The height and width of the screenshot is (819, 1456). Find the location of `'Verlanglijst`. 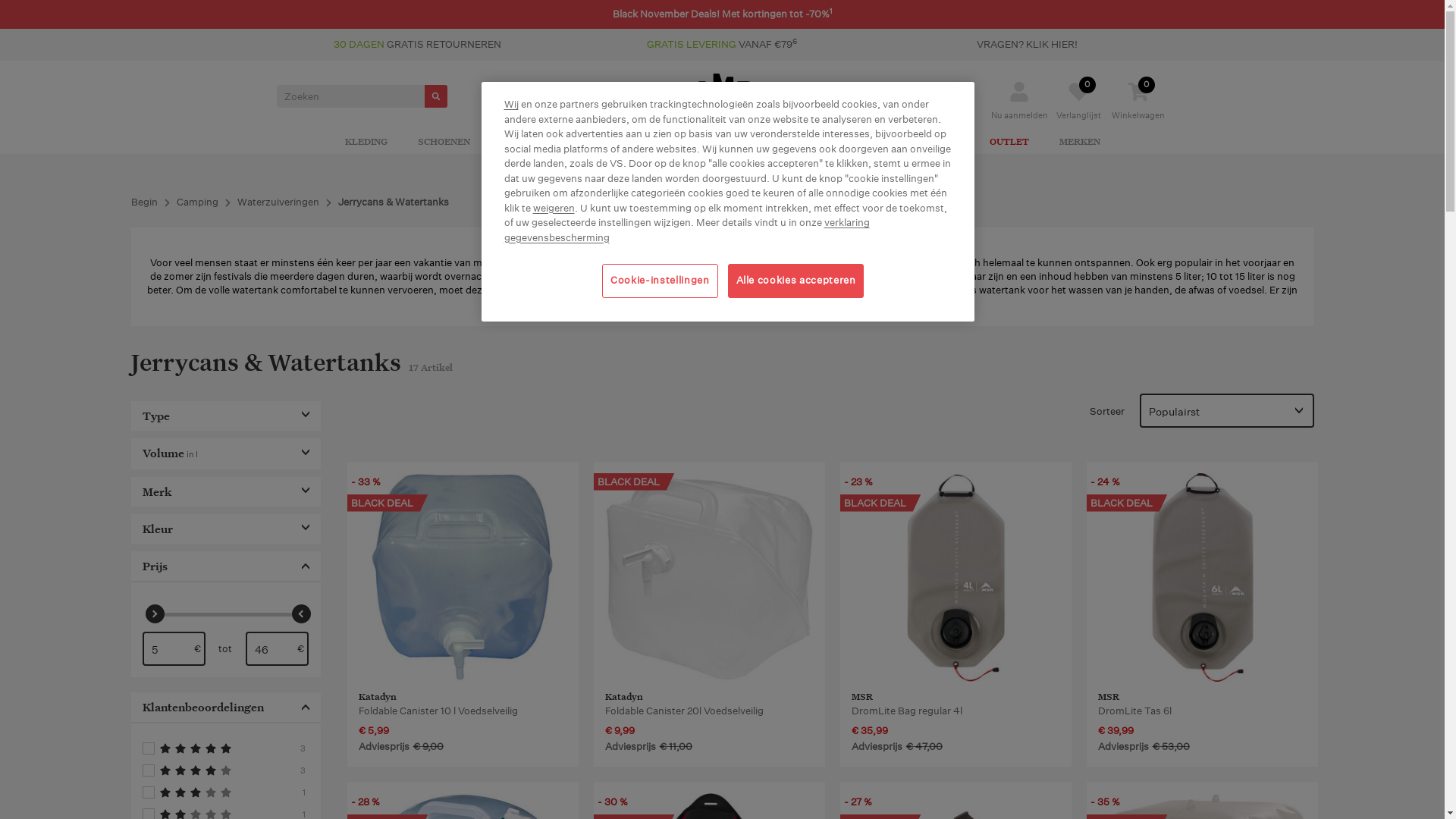

'Verlanglijst is located at coordinates (1077, 110).